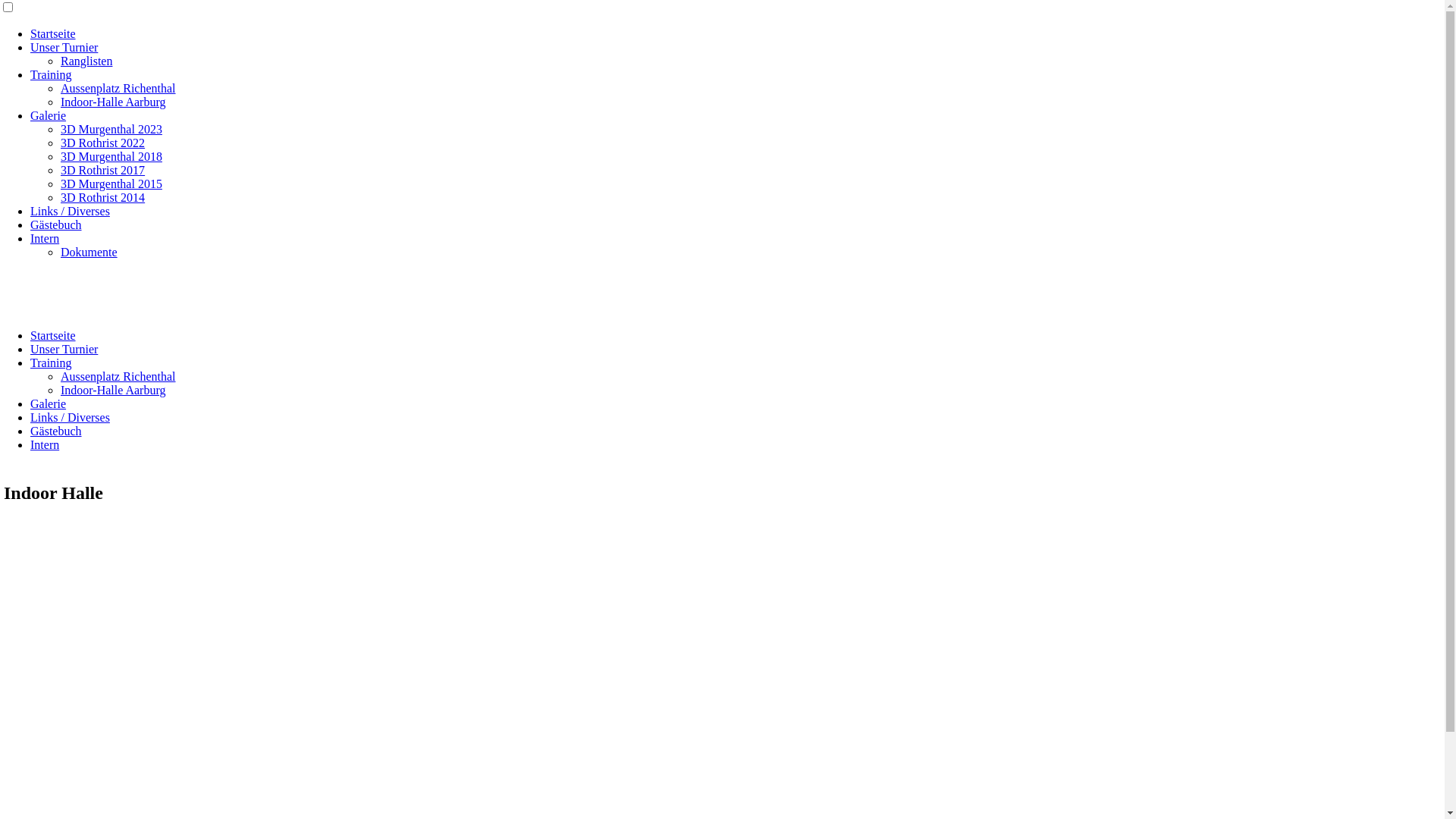  What do you see at coordinates (102, 143) in the screenshot?
I see `'3D Rothrist 2022'` at bounding box center [102, 143].